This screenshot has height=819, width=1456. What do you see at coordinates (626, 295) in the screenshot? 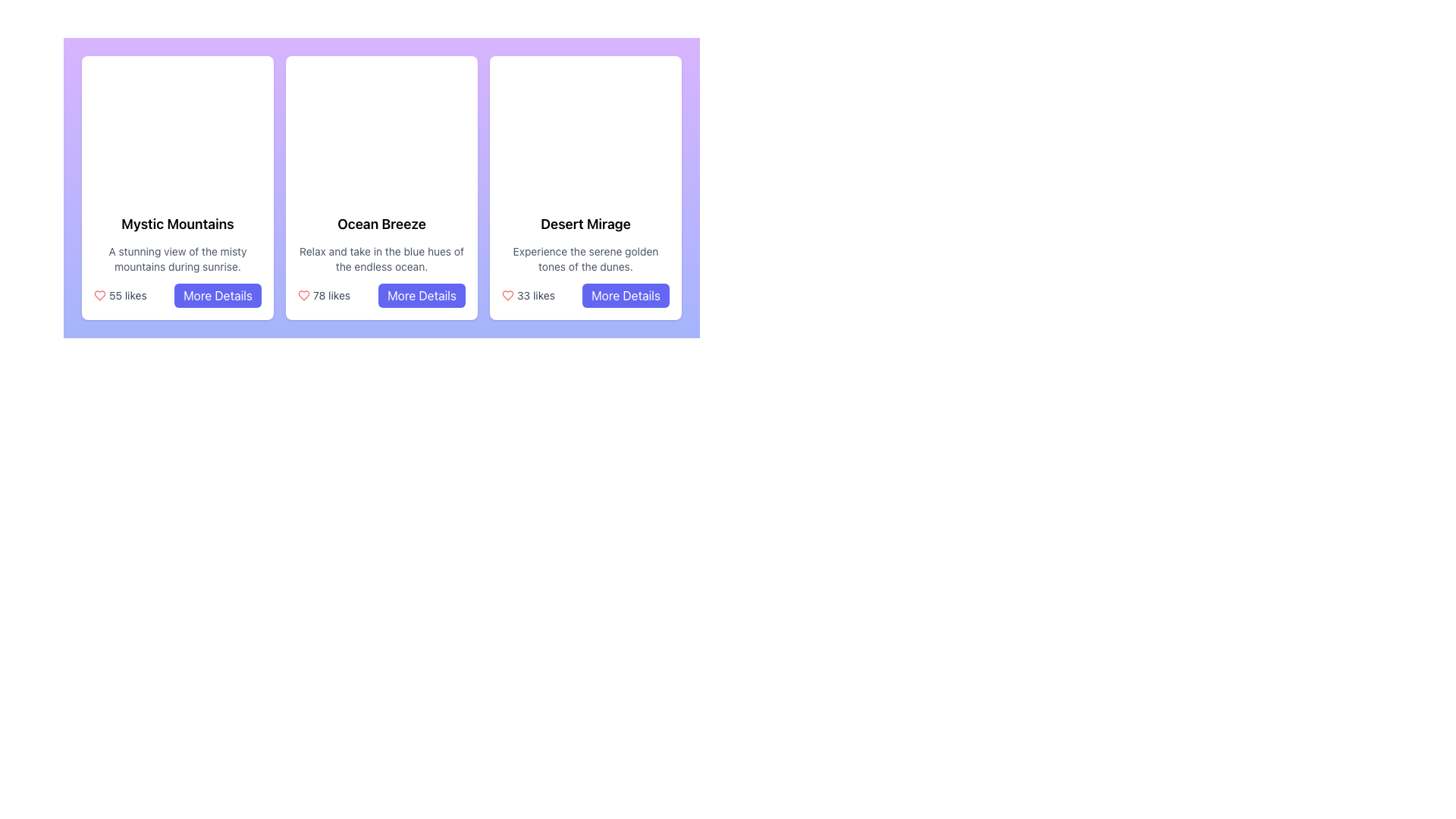
I see `the button located in the lower-right corner of the 'Desert Mirage' card to observe the style change` at bounding box center [626, 295].